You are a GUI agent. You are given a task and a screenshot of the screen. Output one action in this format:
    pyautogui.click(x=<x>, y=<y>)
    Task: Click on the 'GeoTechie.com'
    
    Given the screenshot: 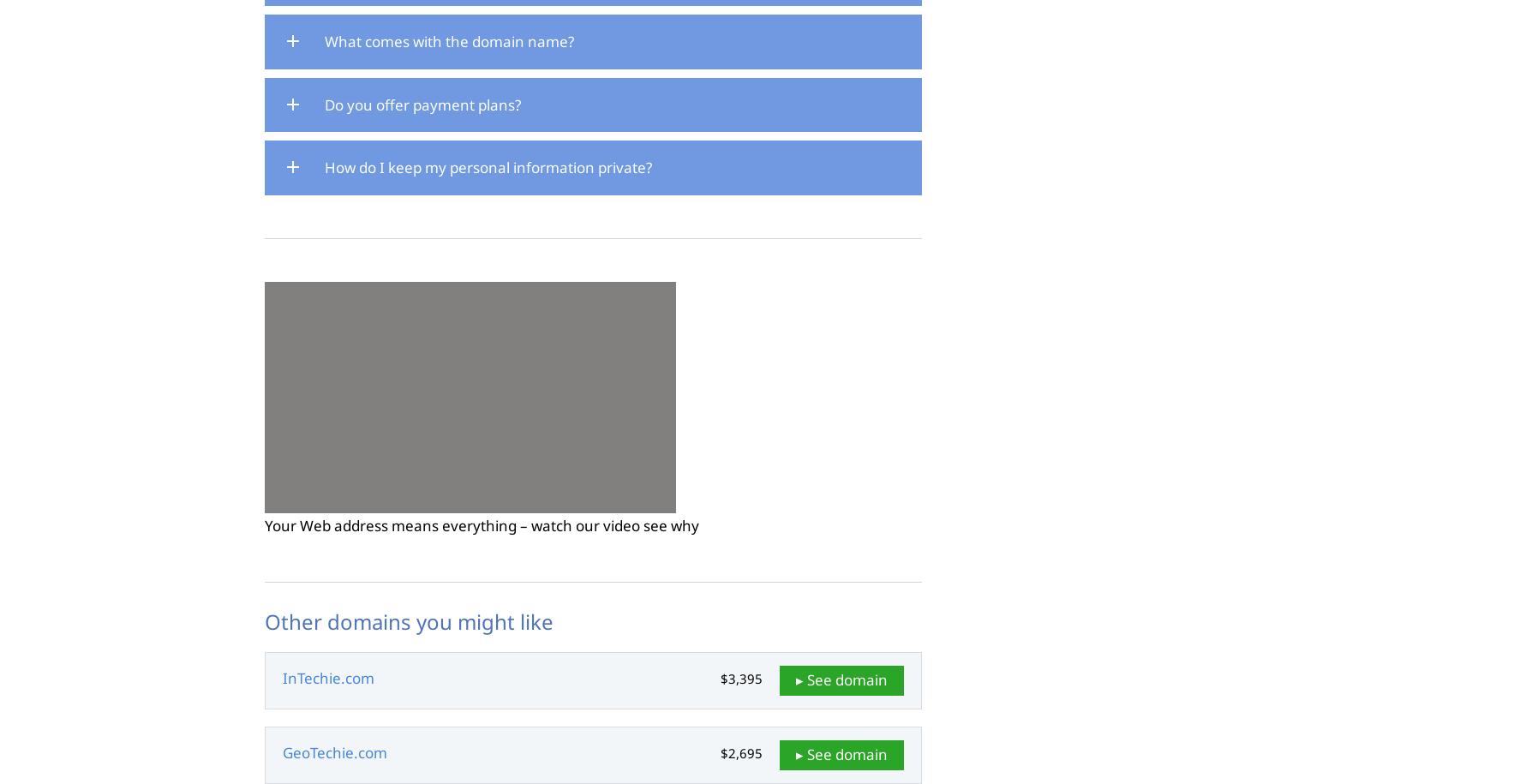 What is the action you would take?
    pyautogui.click(x=334, y=751)
    